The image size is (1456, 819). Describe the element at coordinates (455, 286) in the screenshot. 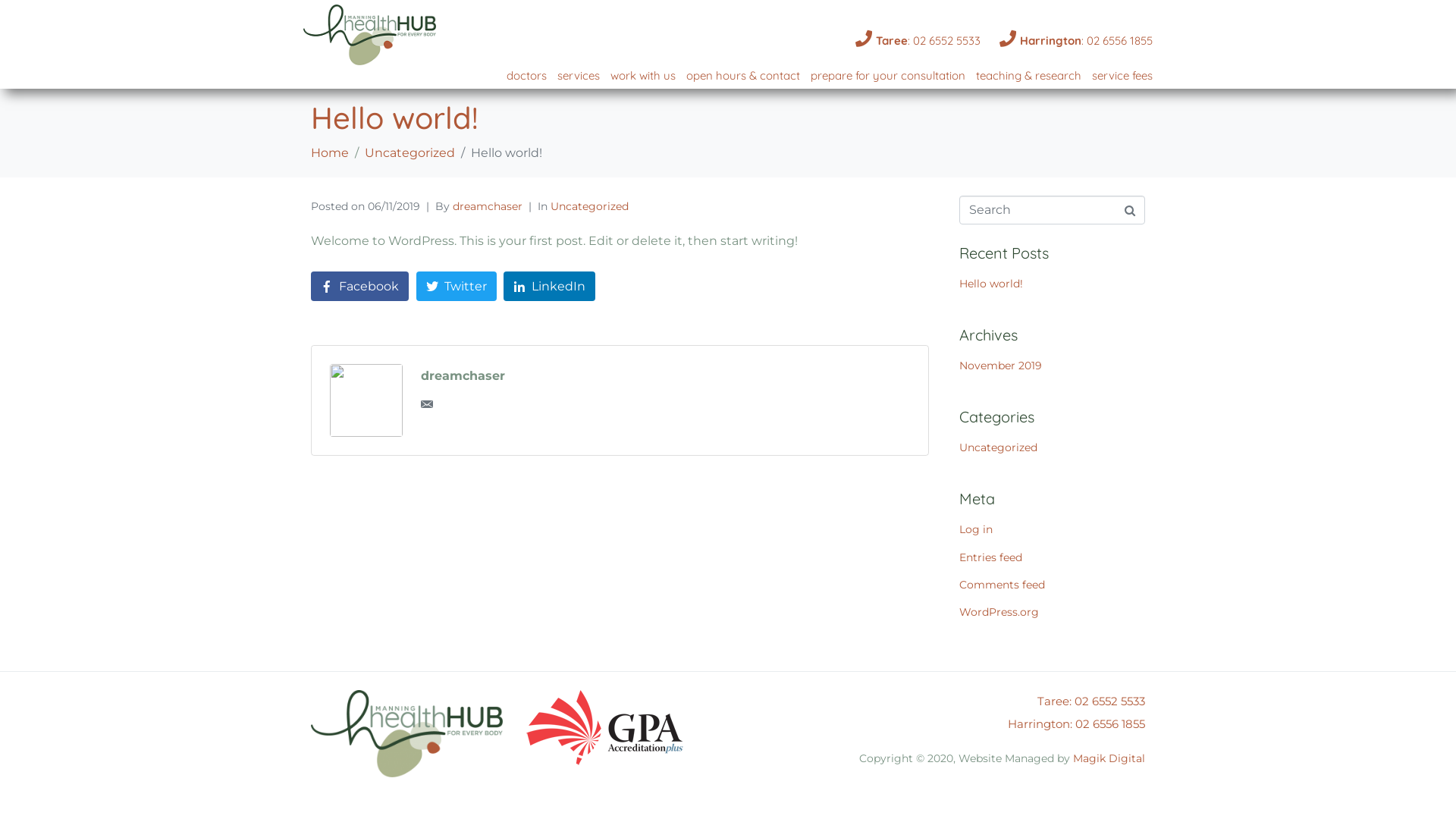

I see `'Twitter'` at that location.